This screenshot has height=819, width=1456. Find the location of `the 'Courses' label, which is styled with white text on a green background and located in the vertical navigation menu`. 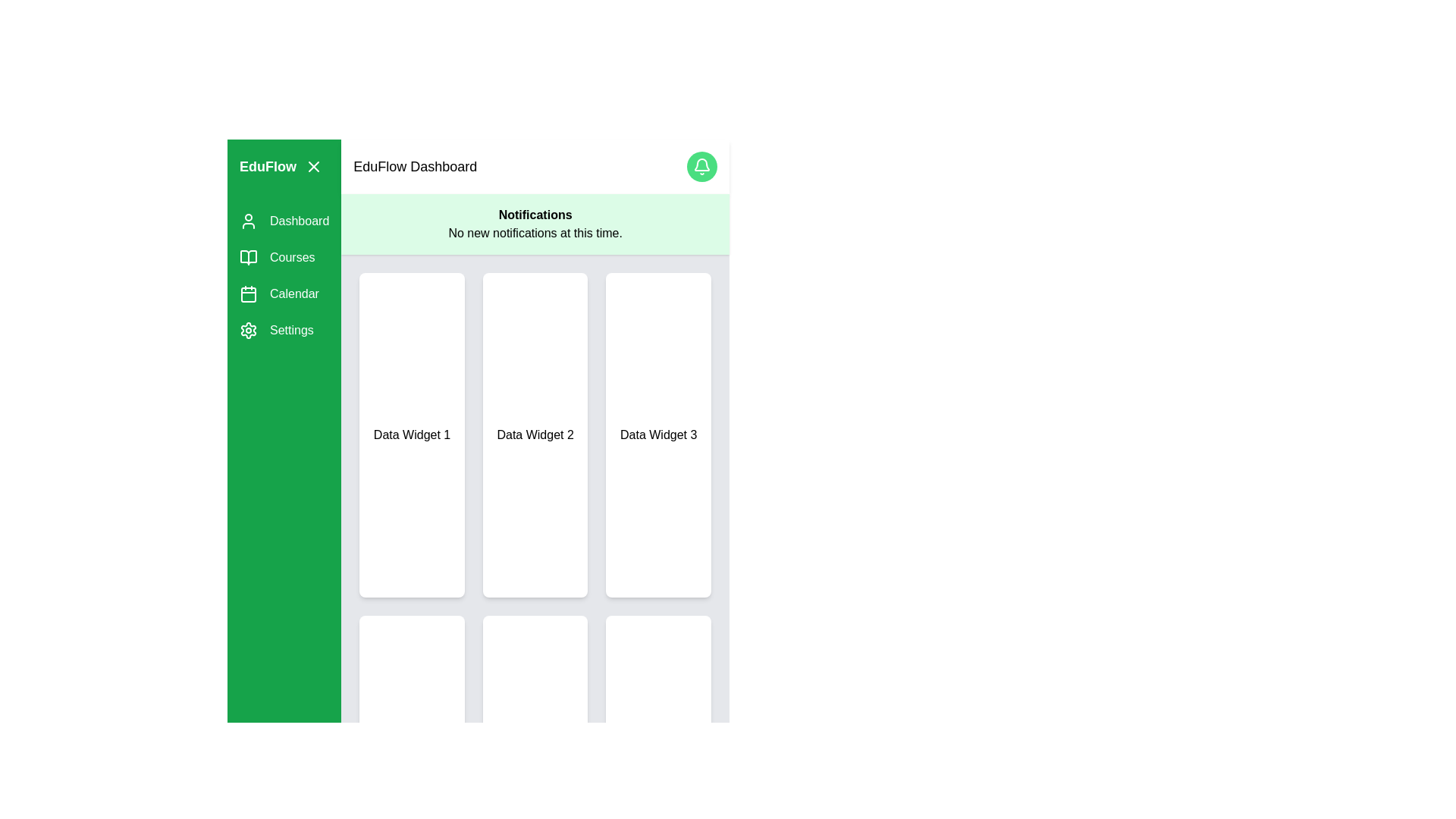

the 'Courses' label, which is styled with white text on a green background and located in the vertical navigation menu is located at coordinates (292, 256).